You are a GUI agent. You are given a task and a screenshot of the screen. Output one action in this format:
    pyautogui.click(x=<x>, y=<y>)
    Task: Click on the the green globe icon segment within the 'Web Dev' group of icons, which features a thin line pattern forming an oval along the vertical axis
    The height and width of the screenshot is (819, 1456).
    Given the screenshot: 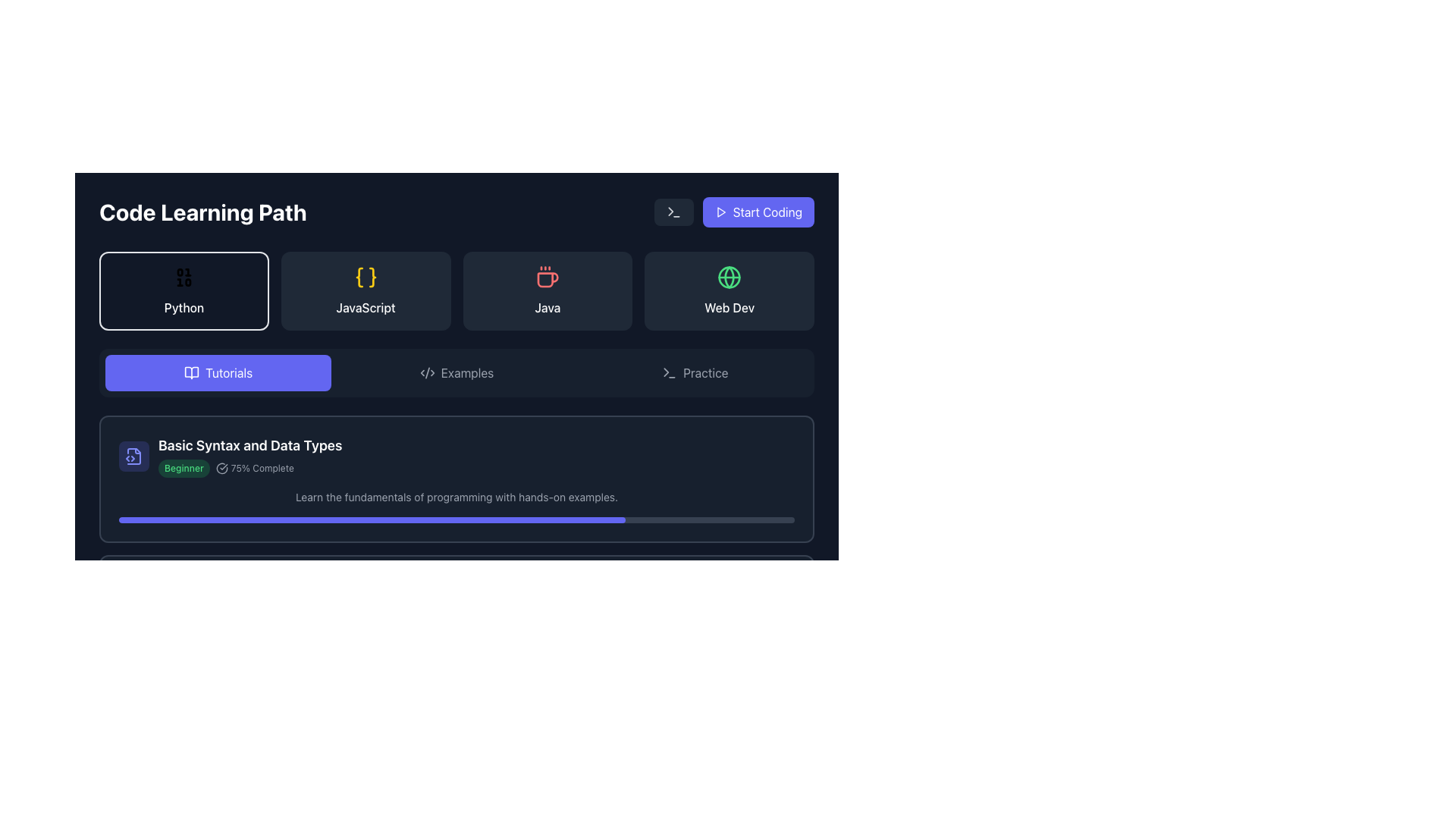 What is the action you would take?
    pyautogui.click(x=730, y=278)
    